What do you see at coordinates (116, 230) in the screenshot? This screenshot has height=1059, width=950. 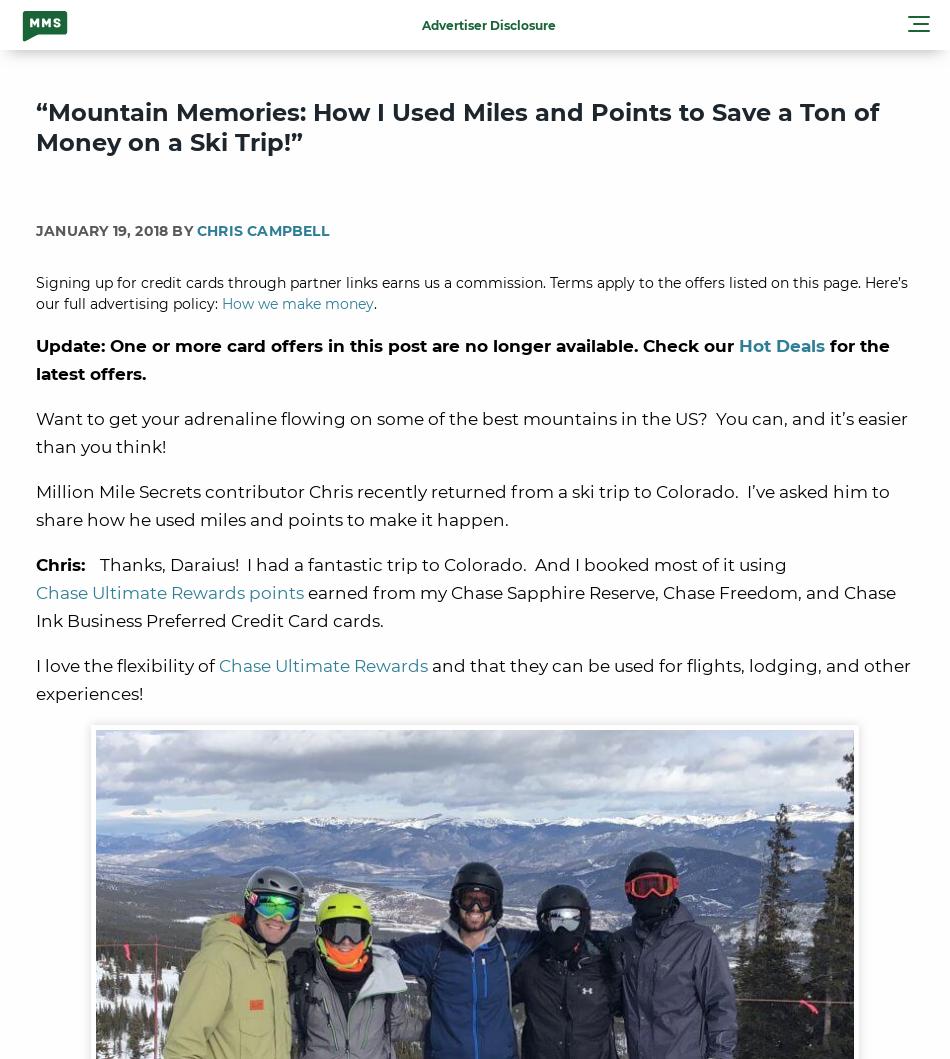 I see `'January 19, 2018 By'` at bounding box center [116, 230].